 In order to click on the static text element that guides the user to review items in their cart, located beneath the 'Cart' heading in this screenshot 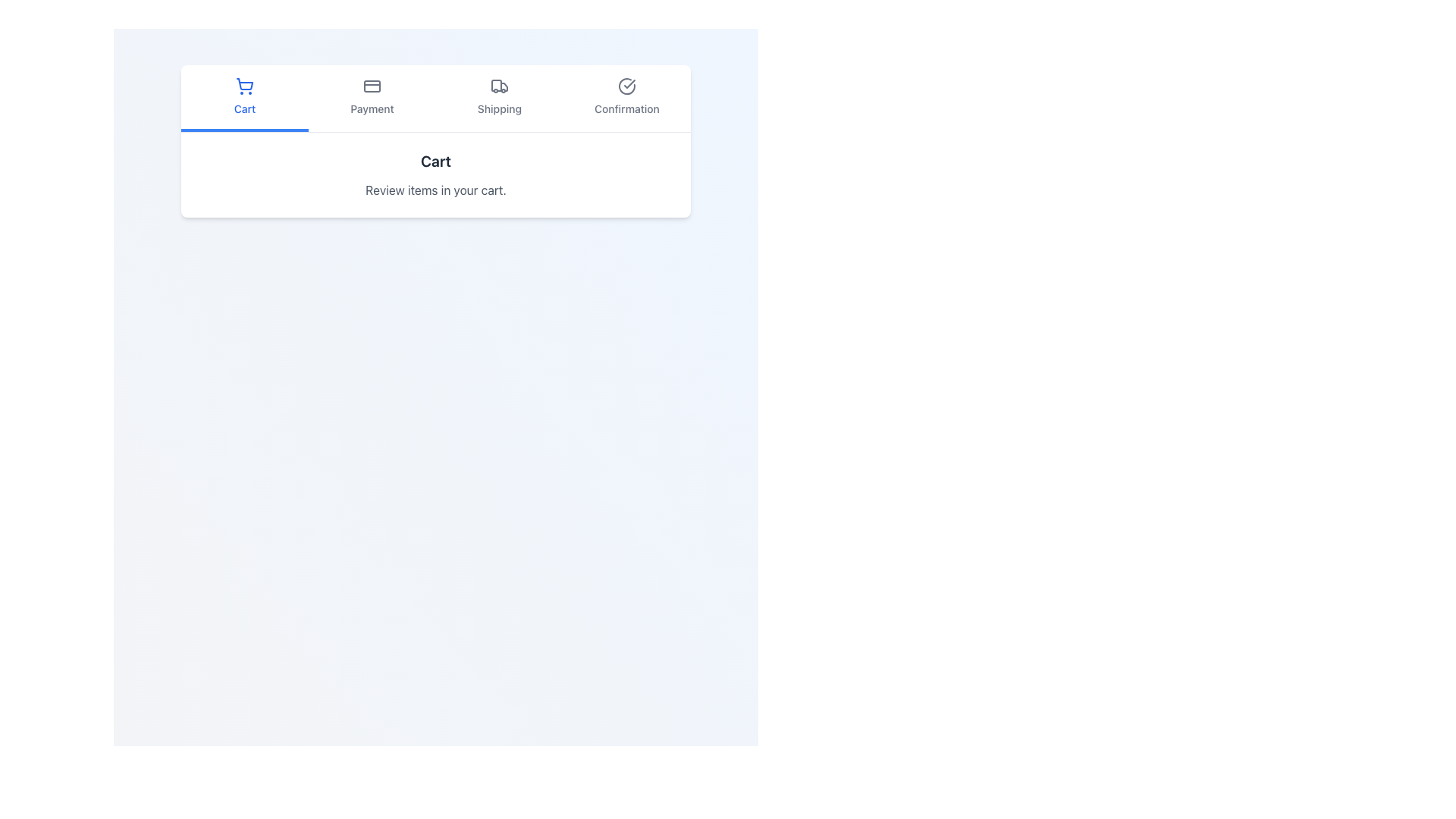, I will do `click(435, 189)`.